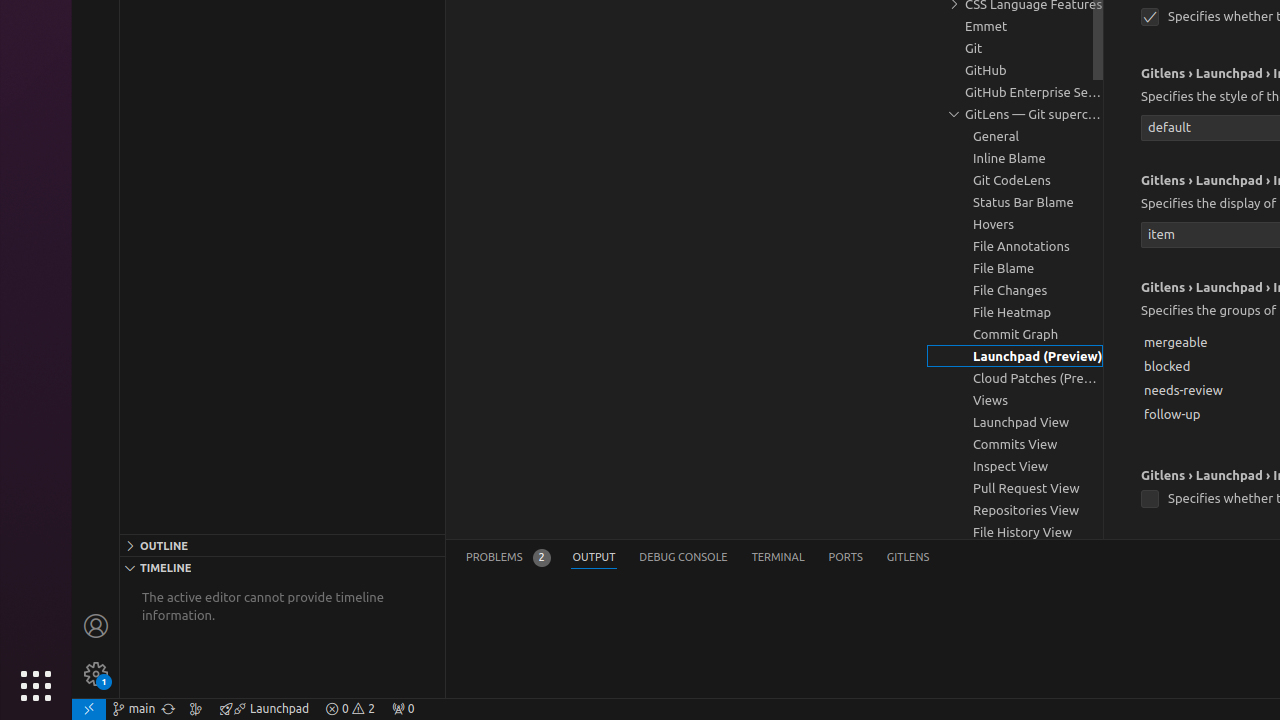  I want to click on 'Timeline Section', so click(281, 567).